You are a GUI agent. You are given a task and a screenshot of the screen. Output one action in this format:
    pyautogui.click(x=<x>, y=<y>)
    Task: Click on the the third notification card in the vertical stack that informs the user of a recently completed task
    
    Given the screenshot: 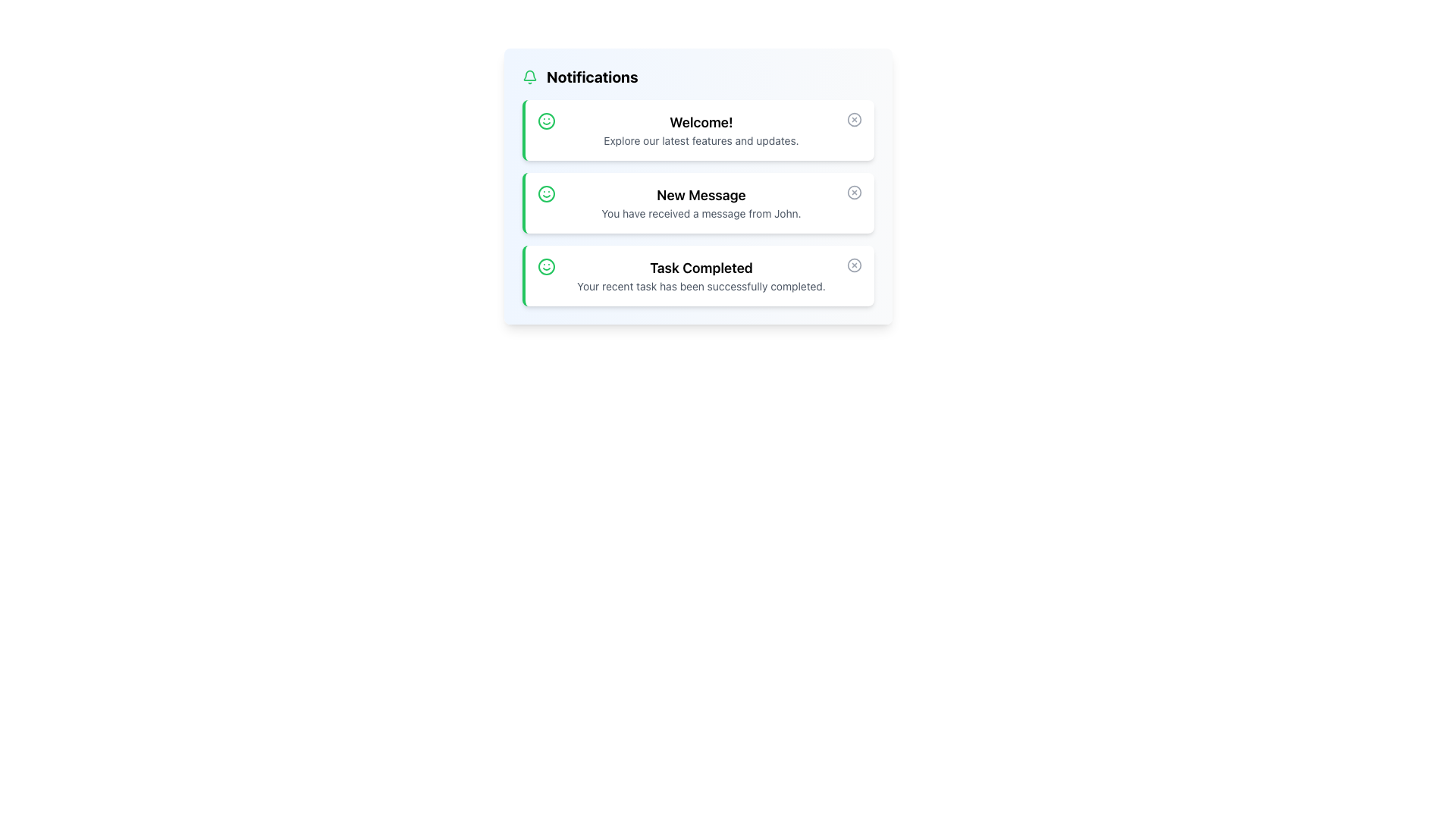 What is the action you would take?
    pyautogui.click(x=698, y=275)
    